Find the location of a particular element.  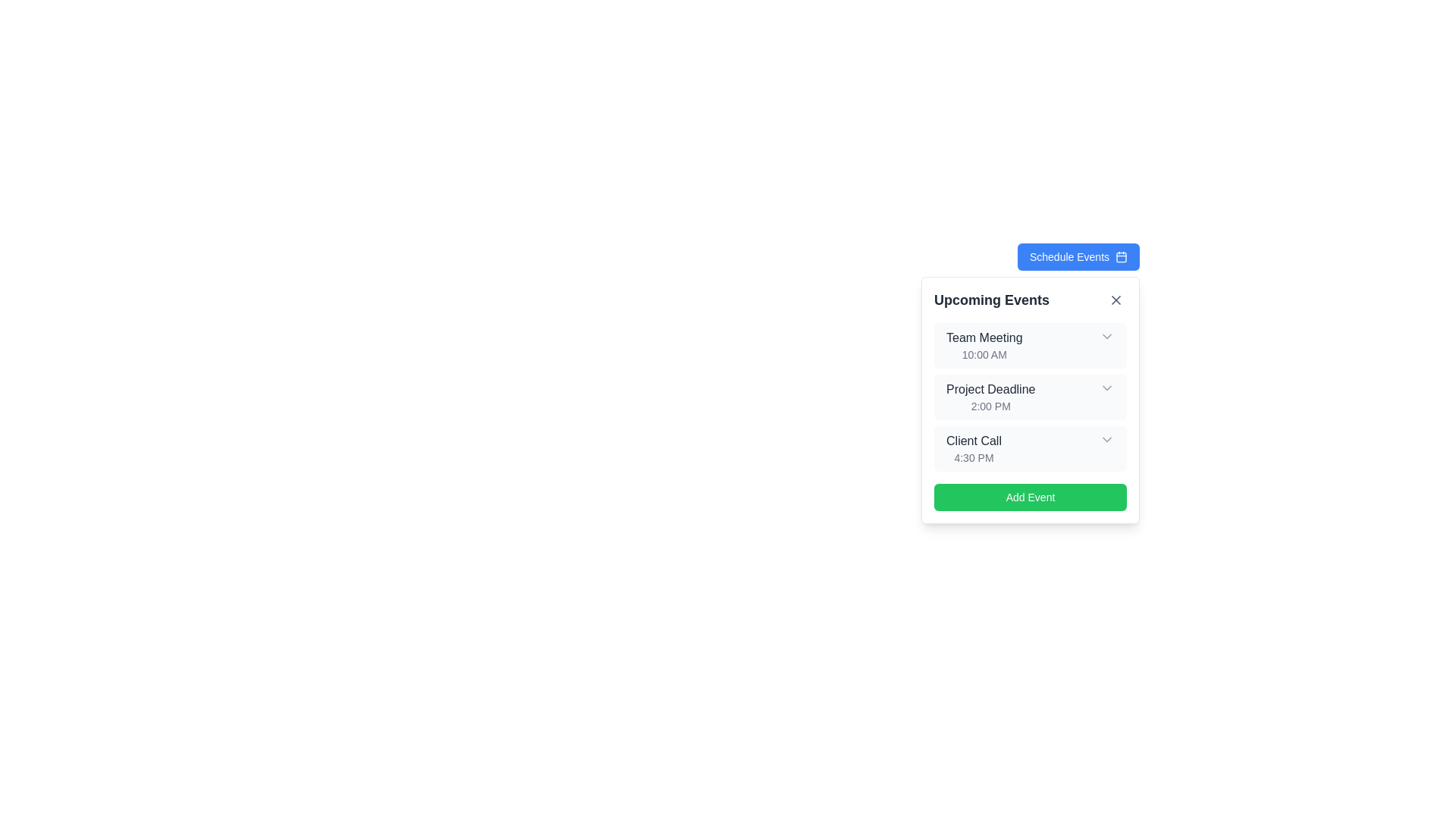

the small calendar icon with a blue background located next to the 'Schedule Events' button text, positioned at the top-right corner of the interface is located at coordinates (1121, 256).